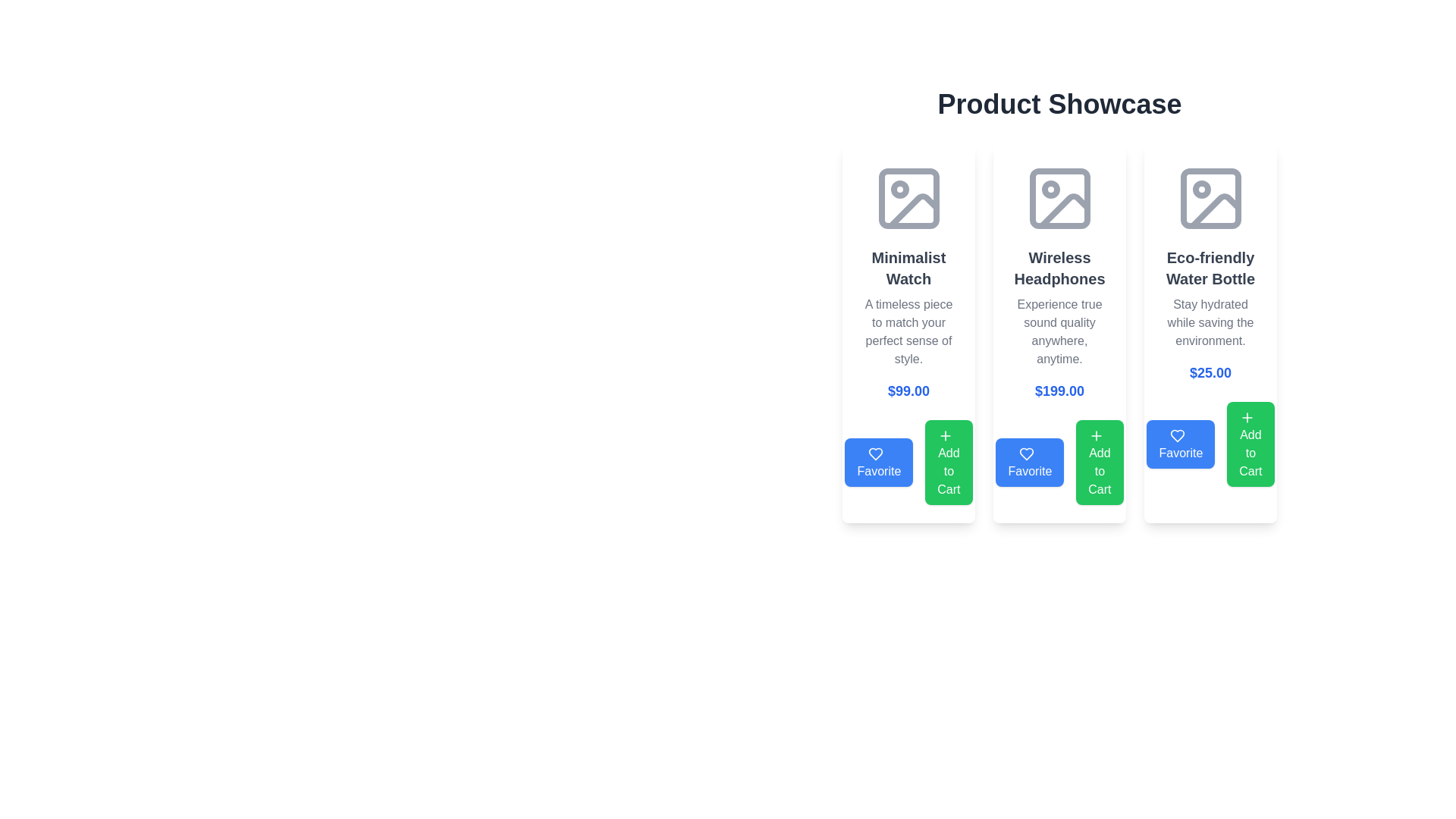 Image resolution: width=1456 pixels, height=819 pixels. Describe the element at coordinates (1059, 332) in the screenshot. I see `the product card in the second column of the product showcase` at that location.